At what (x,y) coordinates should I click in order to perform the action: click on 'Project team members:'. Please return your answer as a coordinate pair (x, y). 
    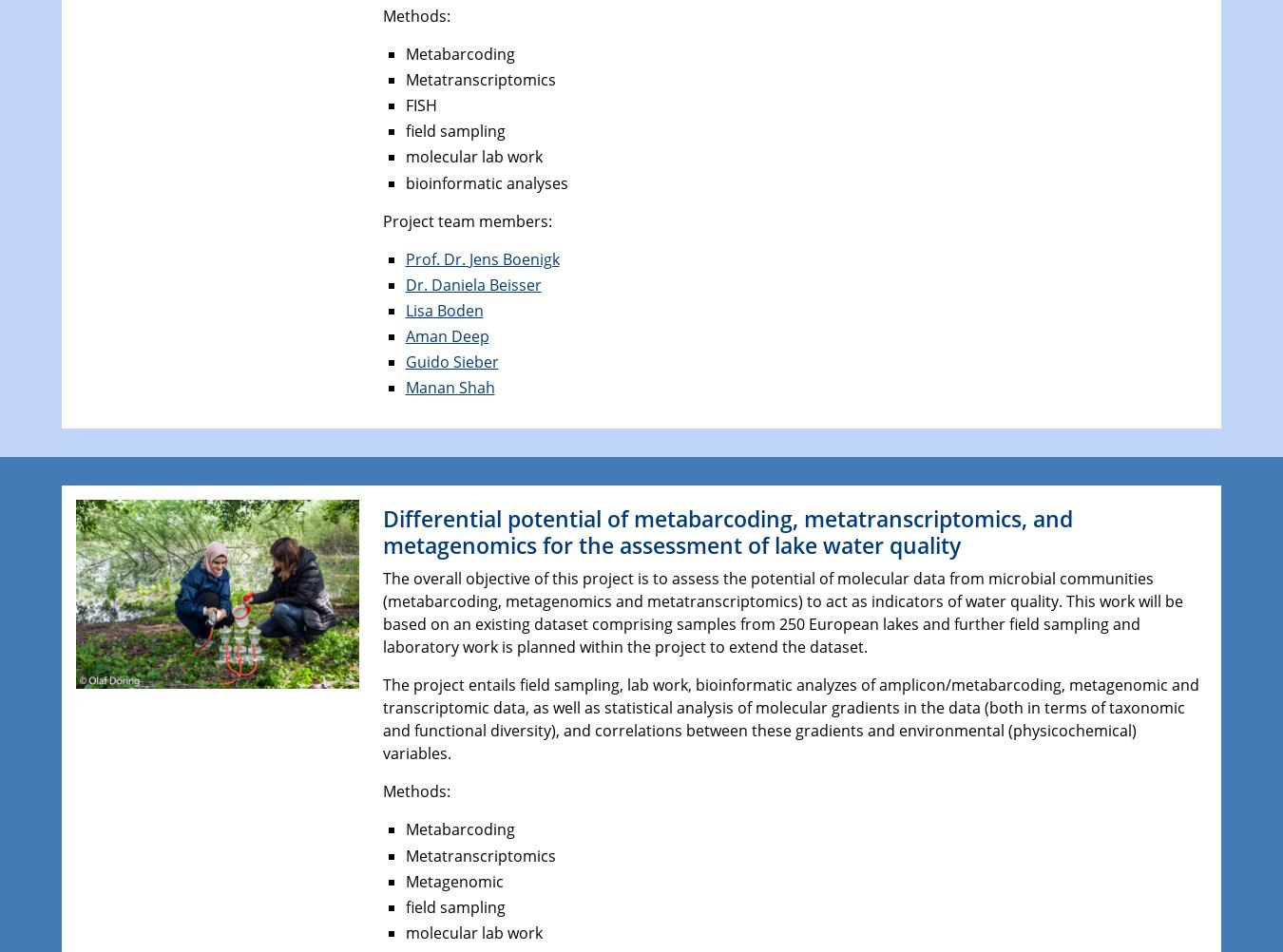
    Looking at the image, I should click on (465, 219).